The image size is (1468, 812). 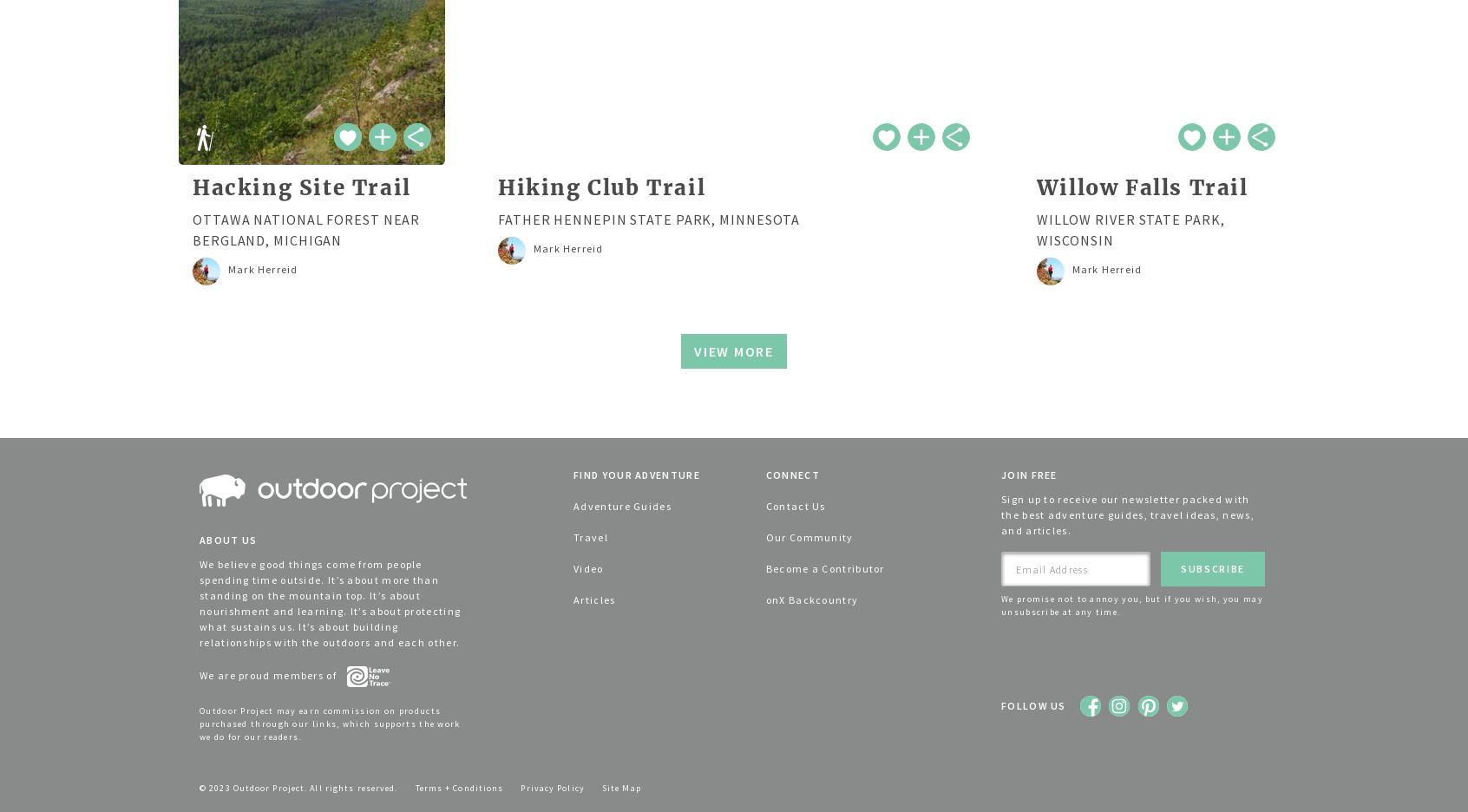 I want to click on 'We believe good things come from people spending time outside. It’s about more than standing on the mountain top. It’s about nourishment and learning. It’s about protecting what sustains us. It’s about building relationships with the outdoors and each other.', so click(x=330, y=602).